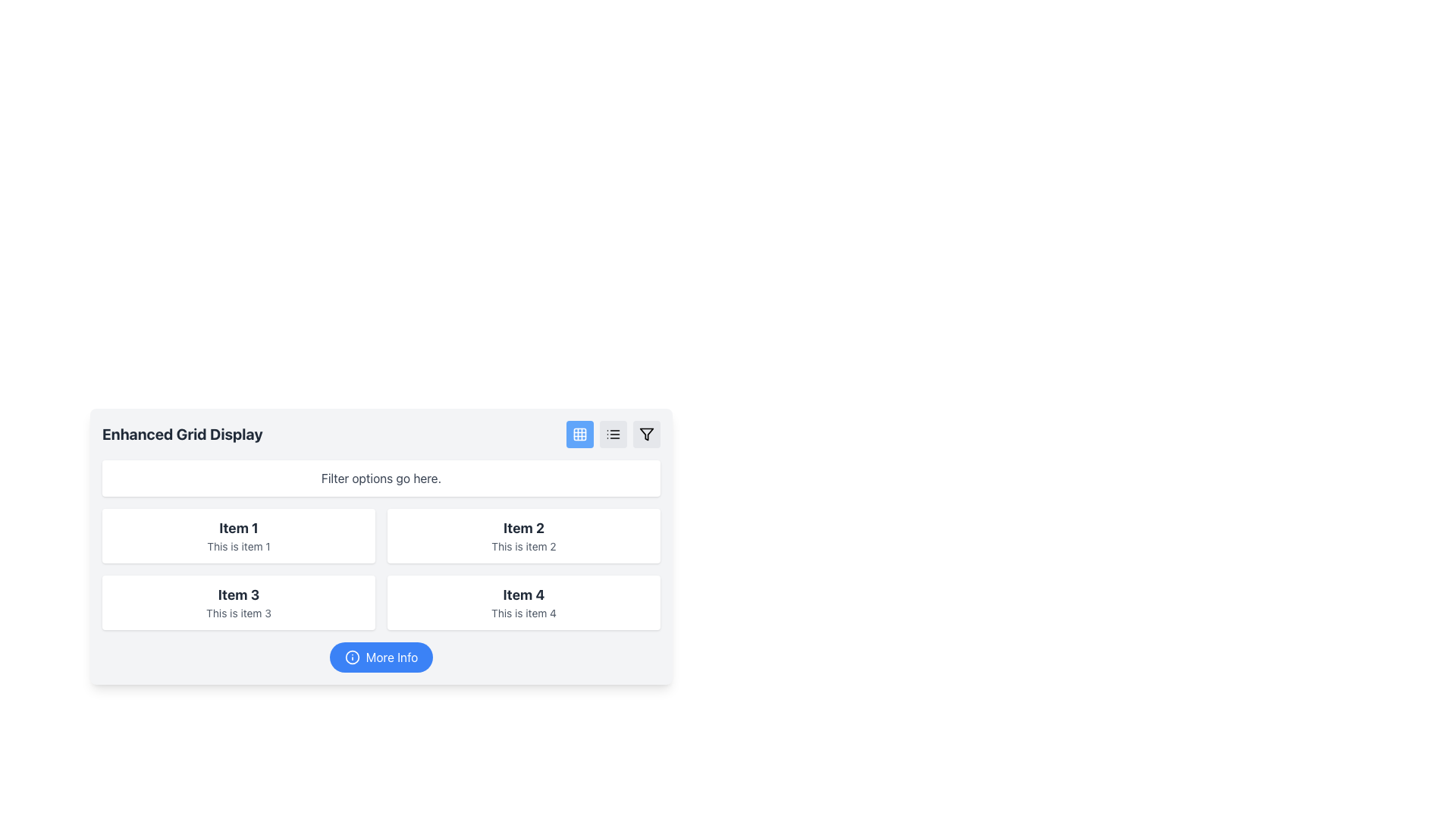 The image size is (1456, 819). Describe the element at coordinates (613, 435) in the screenshot. I see `the middle button in the row of three buttons, which has a gray background and a black list icon, to change its appearance` at that location.